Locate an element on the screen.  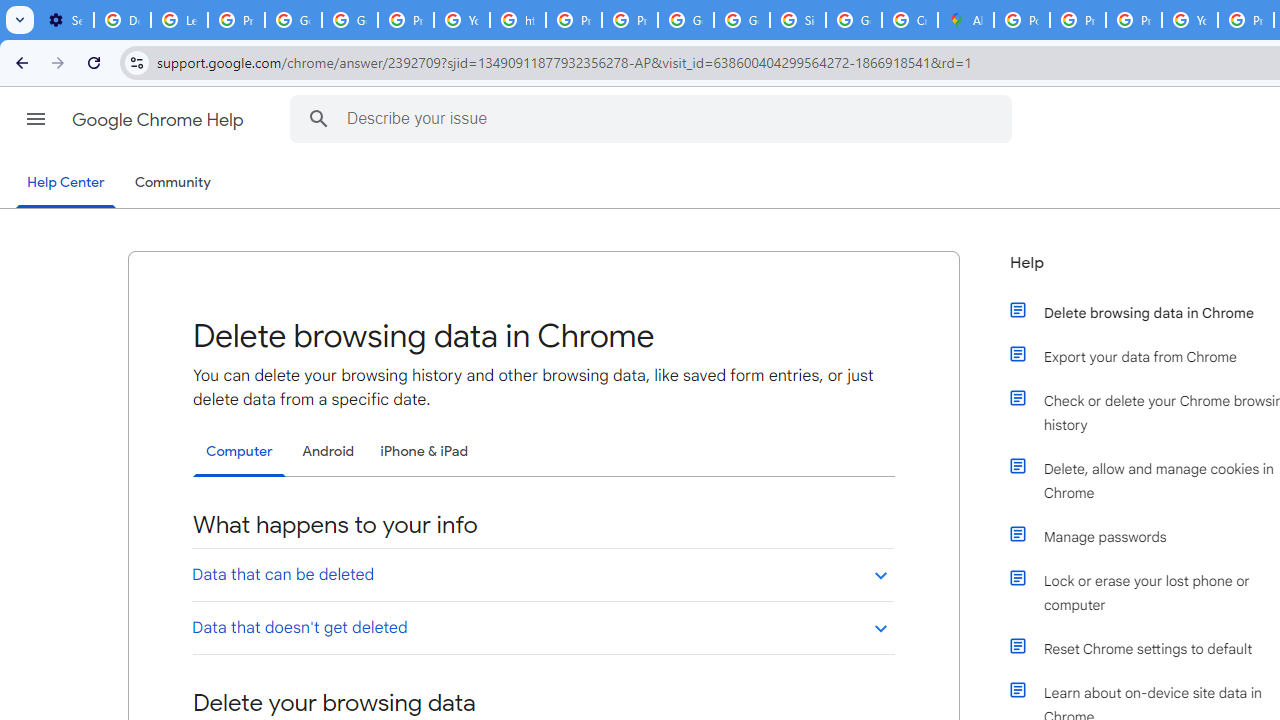
'Community' is located at coordinates (172, 183).